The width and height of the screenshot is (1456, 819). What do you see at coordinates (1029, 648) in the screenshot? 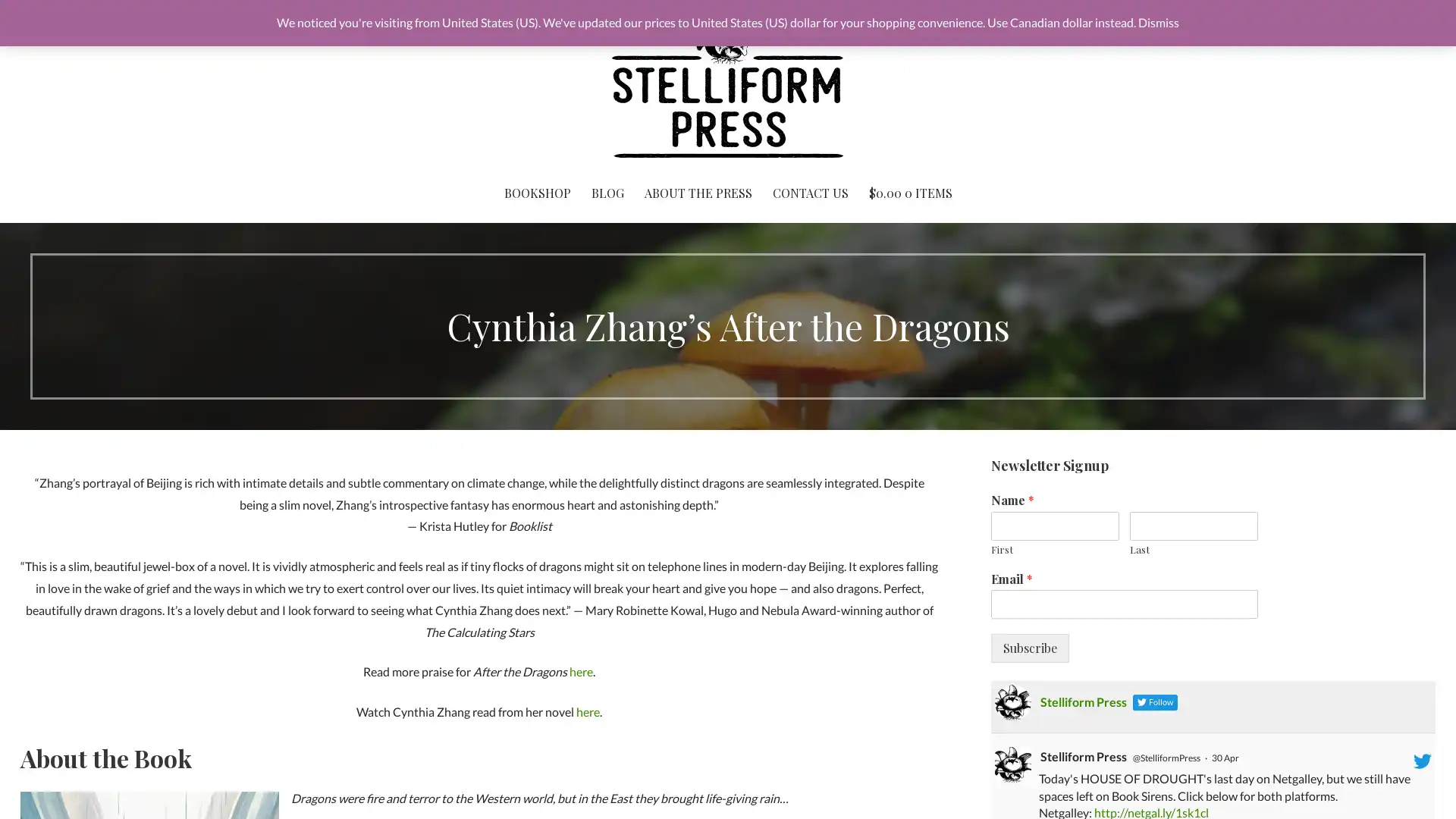
I see `Subscribe` at bounding box center [1029, 648].